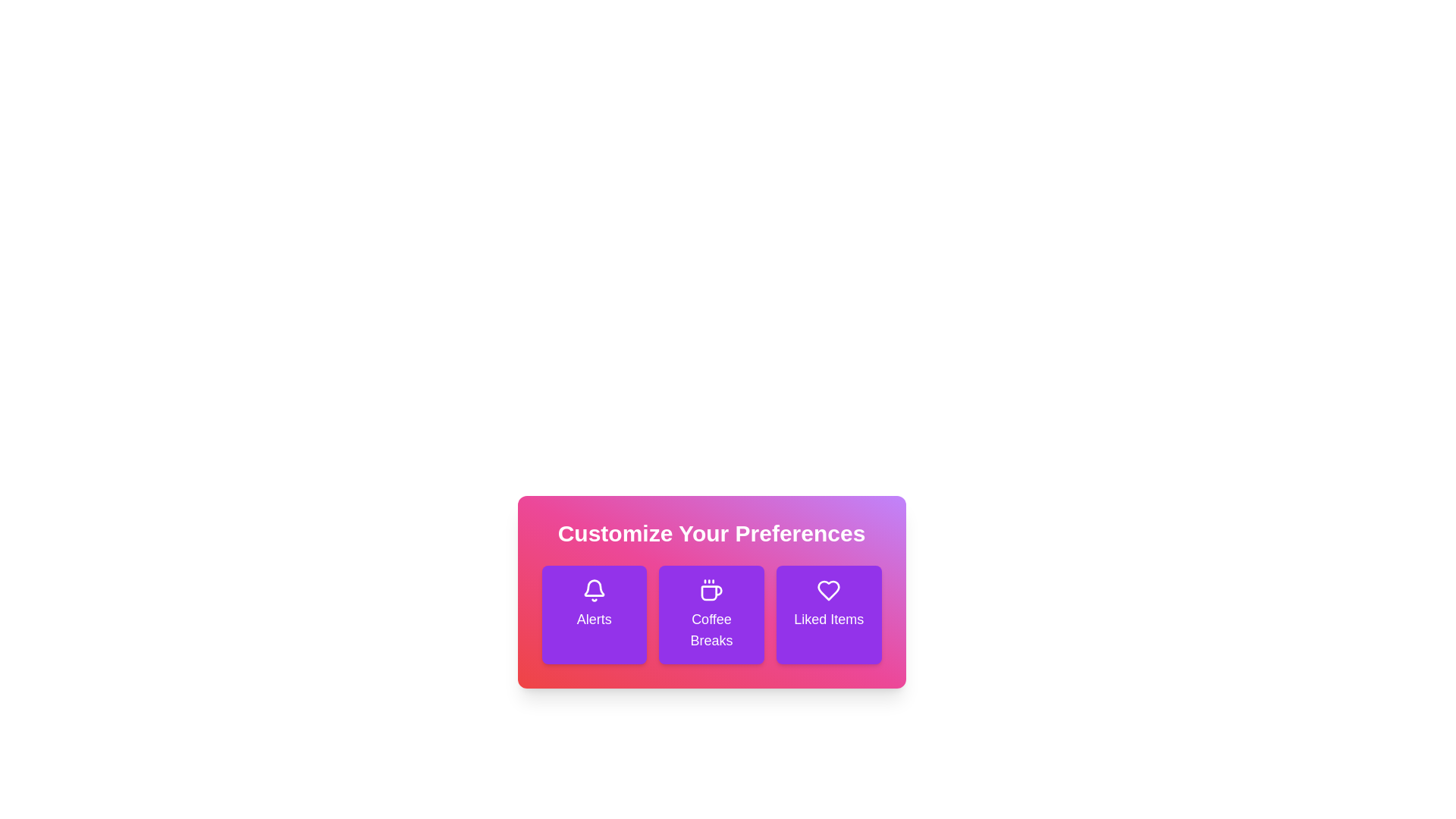 The width and height of the screenshot is (1456, 819). What do you see at coordinates (711, 592) in the screenshot?
I see `the coffee cup icon located within the 'Coffee Breaks' button, which is centered in a group of three options labeled 'Alerts', 'Coffee Breaks', and 'Liked Items'` at bounding box center [711, 592].